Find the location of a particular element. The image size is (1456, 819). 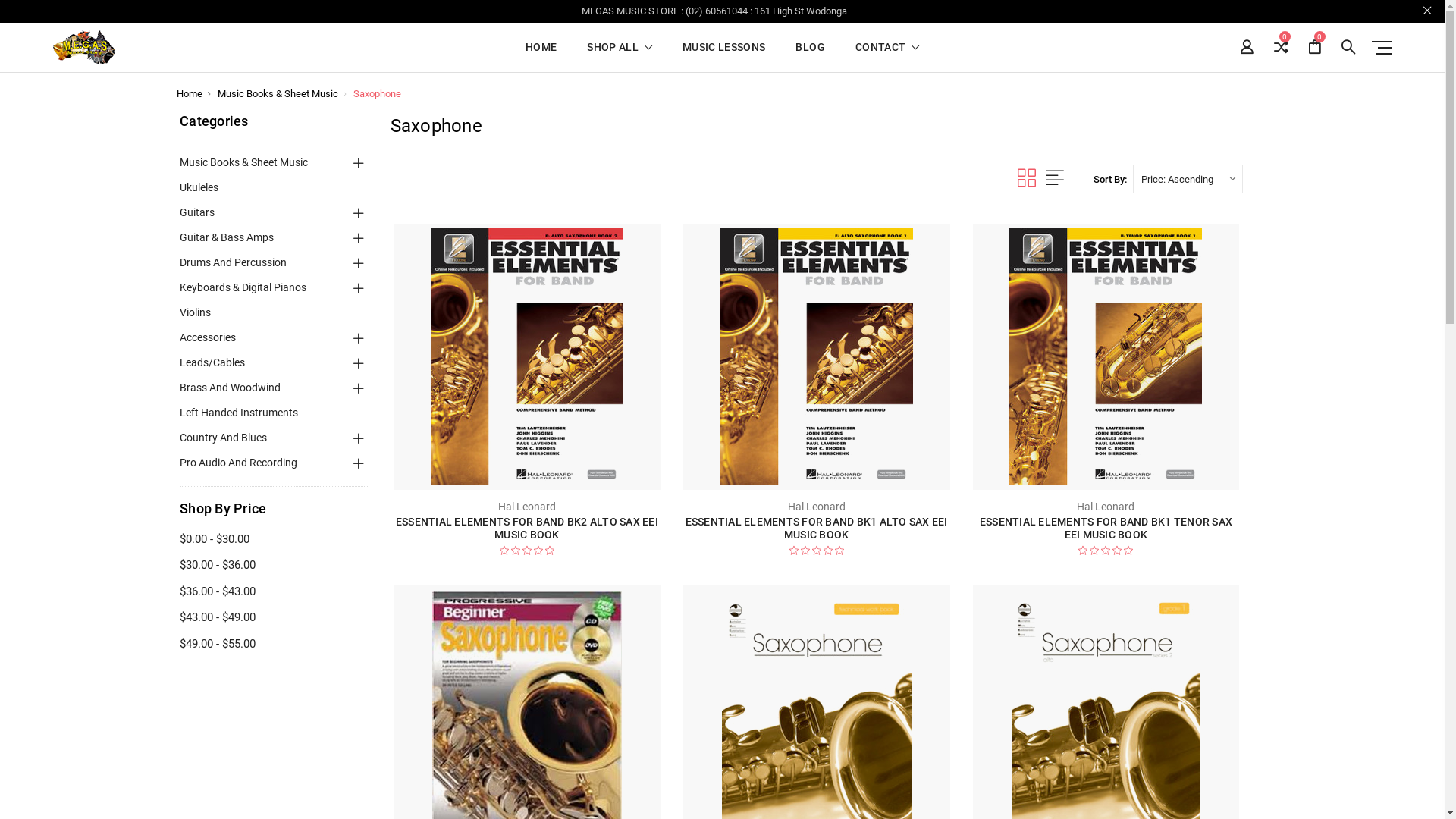

'CONTACT' is located at coordinates (887, 55).